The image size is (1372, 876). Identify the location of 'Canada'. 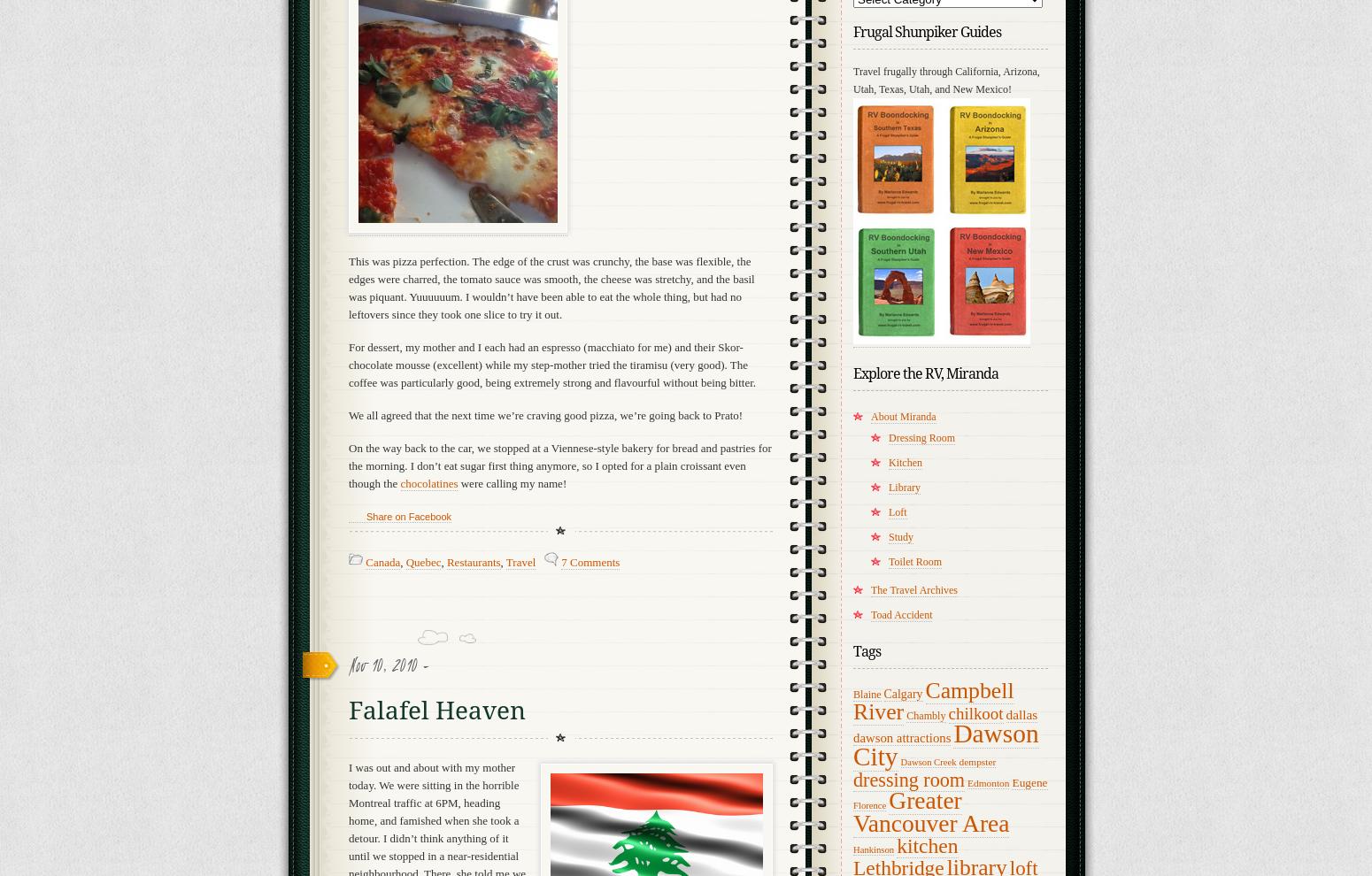
(382, 560).